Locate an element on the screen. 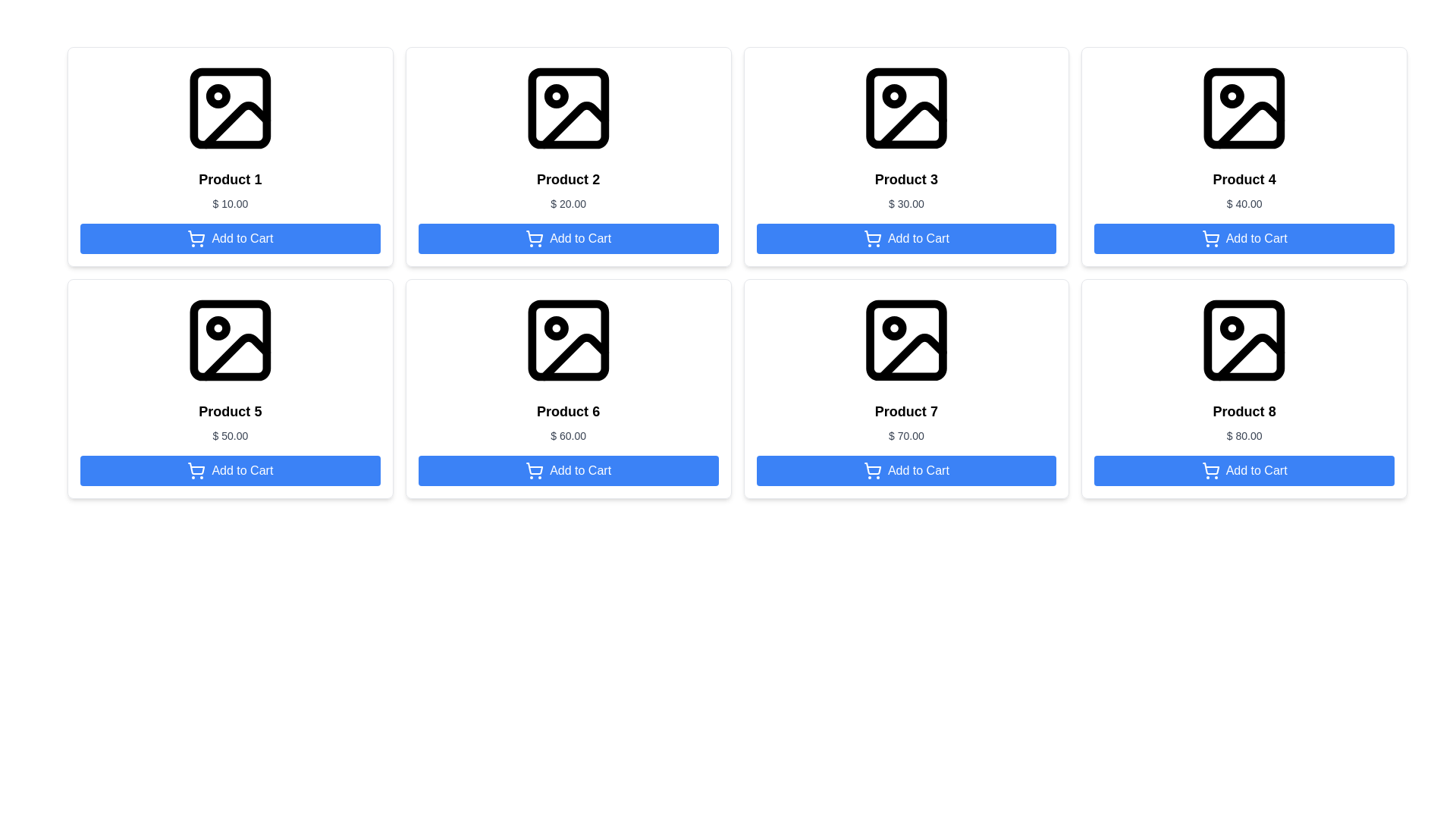 The width and height of the screenshot is (1456, 819). the placeholder image icon located at the top of the 'Product 3' card, which features a circle in the top-left corner and a diagonal line from the bottom-left to the middle-right is located at coordinates (906, 107).